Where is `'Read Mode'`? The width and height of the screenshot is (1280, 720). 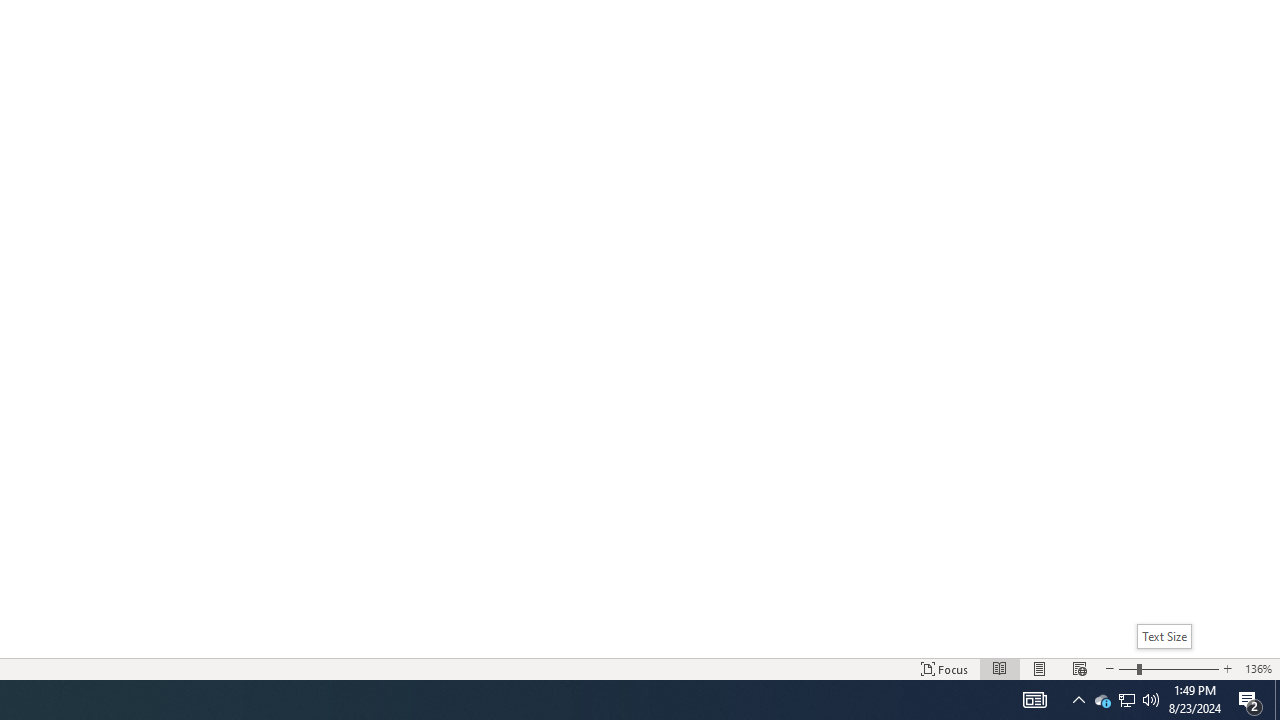
'Read Mode' is located at coordinates (1000, 669).